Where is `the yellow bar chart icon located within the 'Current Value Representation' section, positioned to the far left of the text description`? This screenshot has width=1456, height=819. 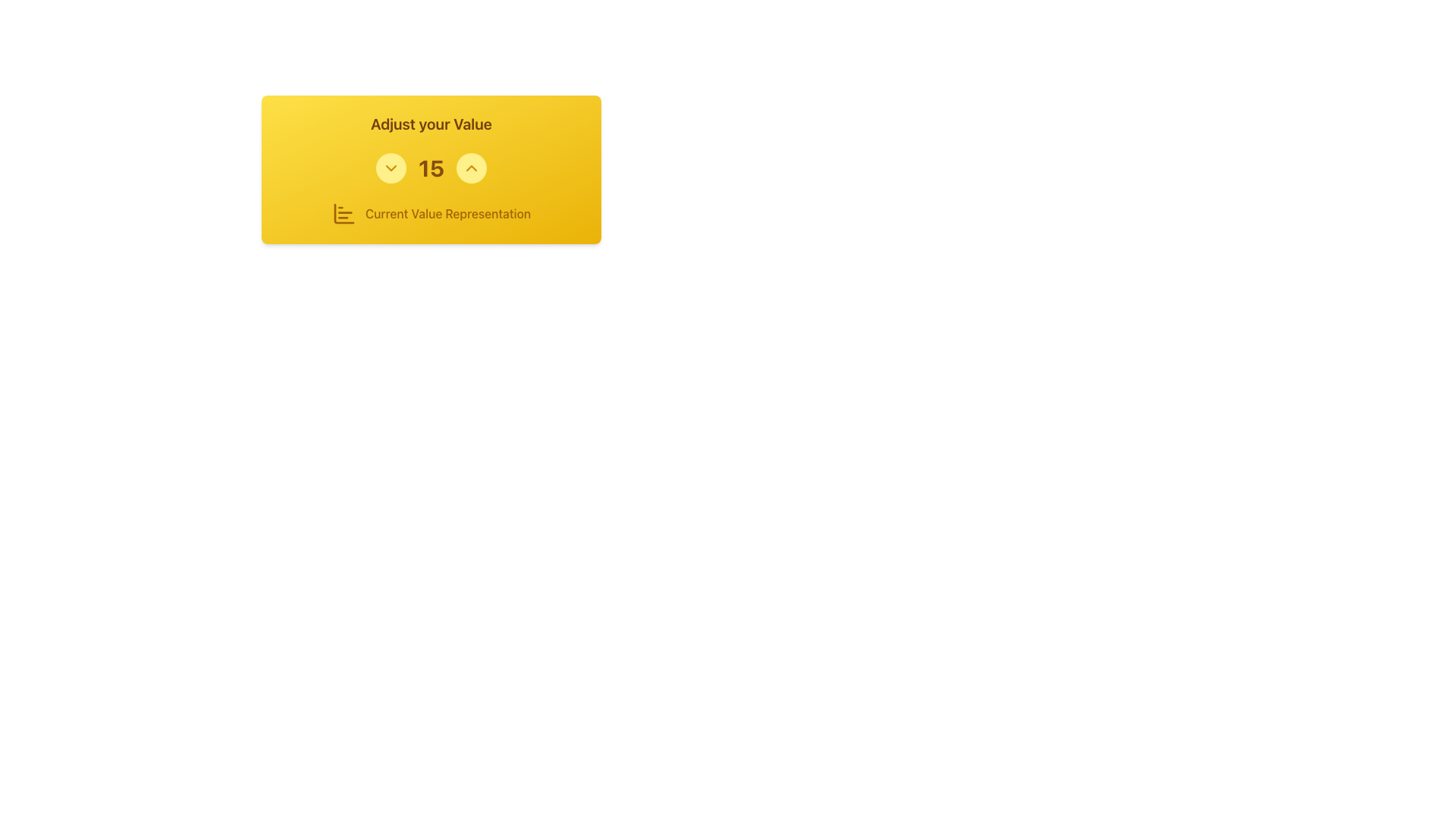 the yellow bar chart icon located within the 'Current Value Representation' section, positioned to the far left of the text description is located at coordinates (343, 213).